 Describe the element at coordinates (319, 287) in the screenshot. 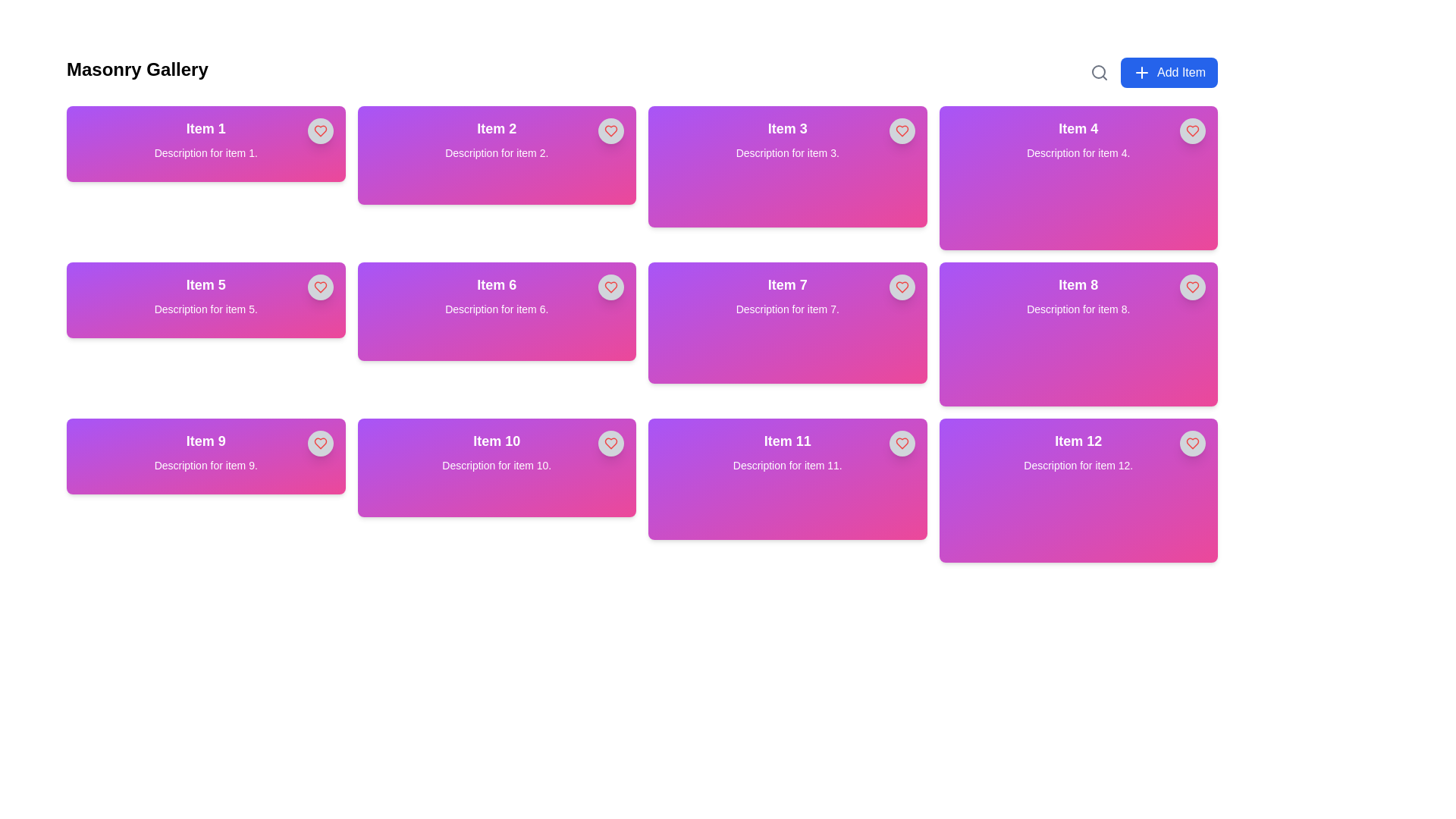

I see `the circular button with a gray background and a red hollow heart icon in the top-right corner of the card labeled 'Item 5' to favorite the item` at that location.